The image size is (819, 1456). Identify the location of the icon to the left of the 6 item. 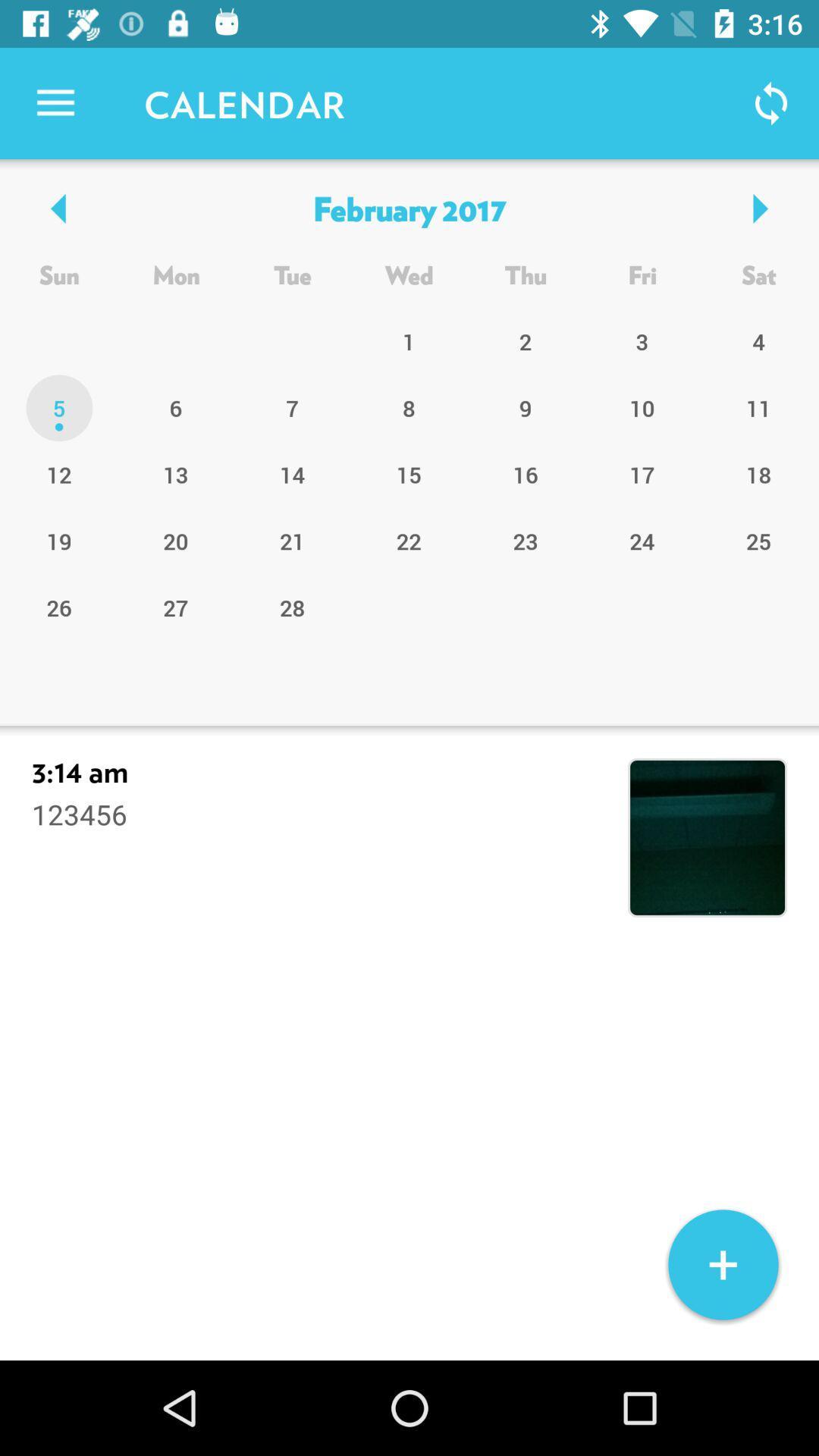
(58, 473).